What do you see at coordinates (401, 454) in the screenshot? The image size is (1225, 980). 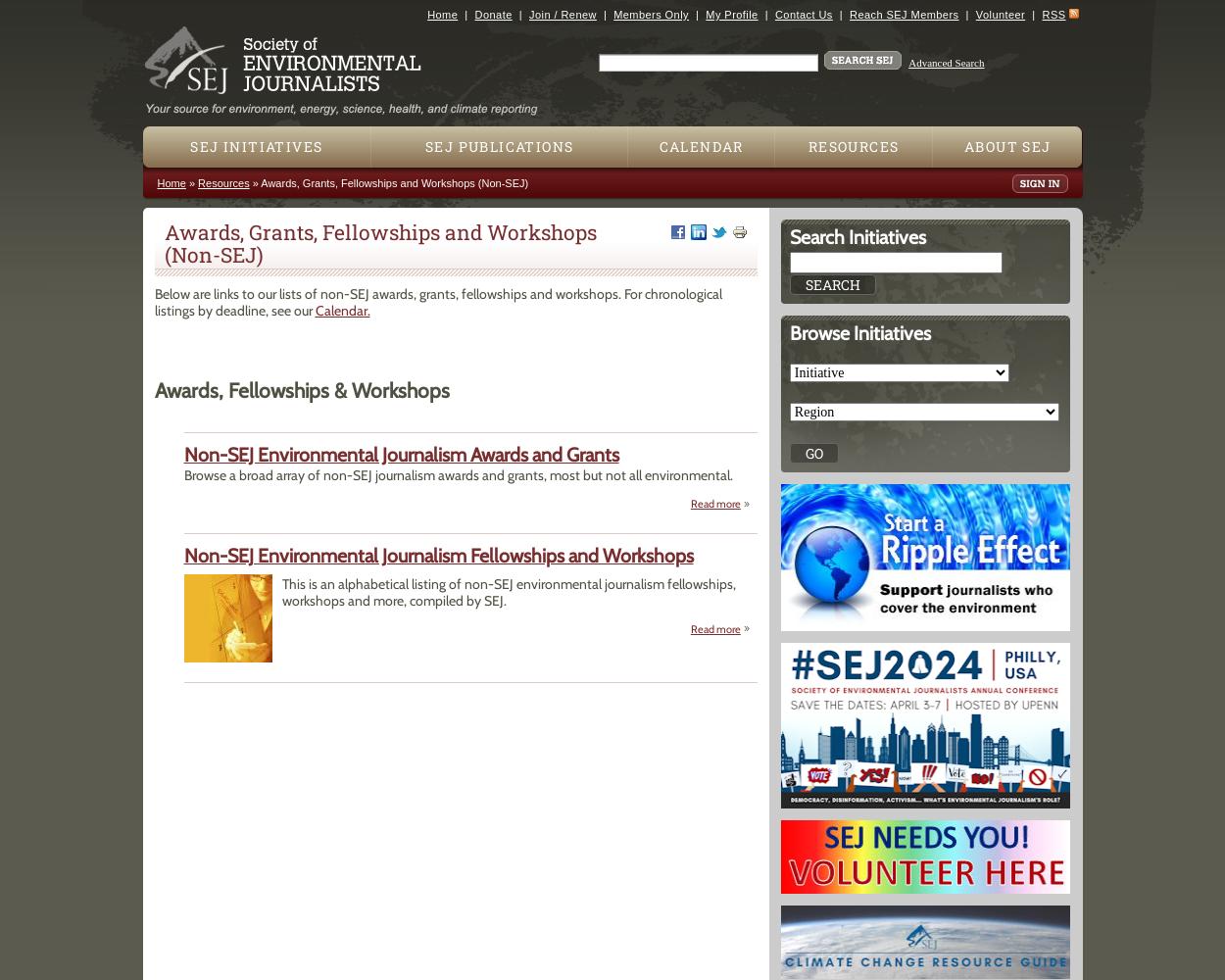 I see `'Non-SEJ Environmental Journalism Awards and Grants'` at bounding box center [401, 454].